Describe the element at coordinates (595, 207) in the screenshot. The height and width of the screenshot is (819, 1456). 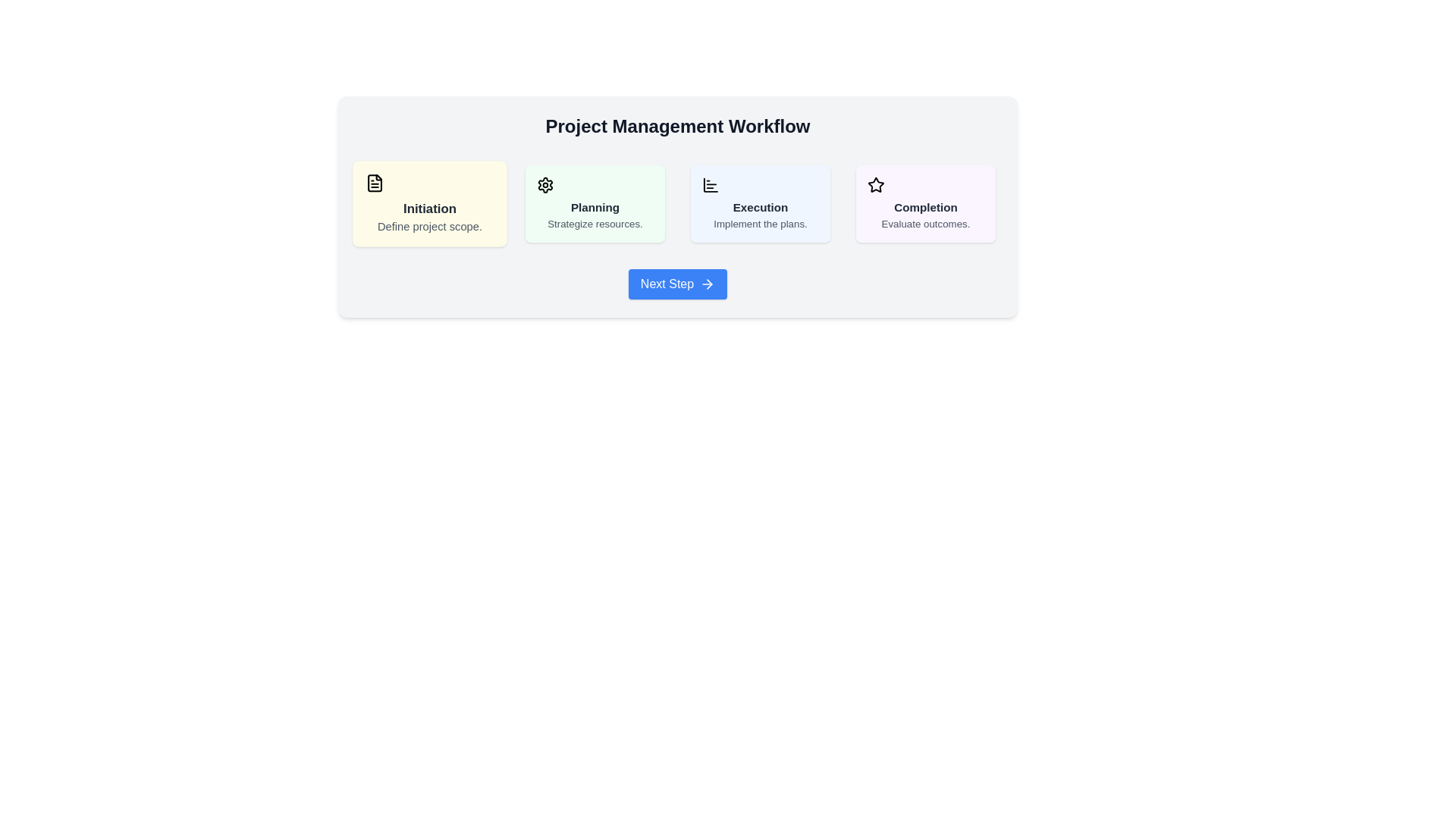
I see `the static text label displaying 'Planning', which is bold and dark gray on a light green background, located in the center of the interface` at that location.